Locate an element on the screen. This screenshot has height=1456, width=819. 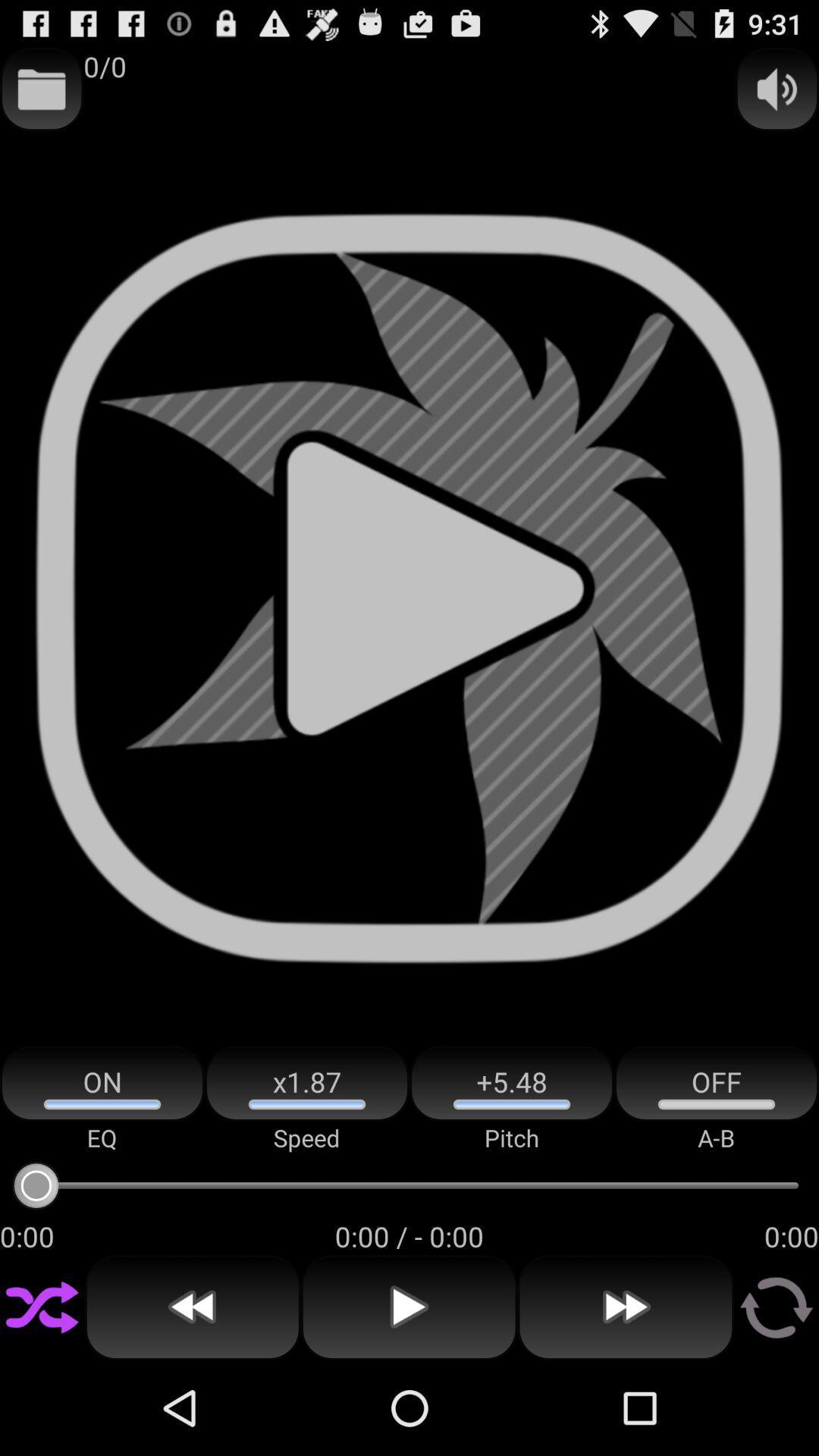
item next to the x1.87 is located at coordinates (512, 1083).